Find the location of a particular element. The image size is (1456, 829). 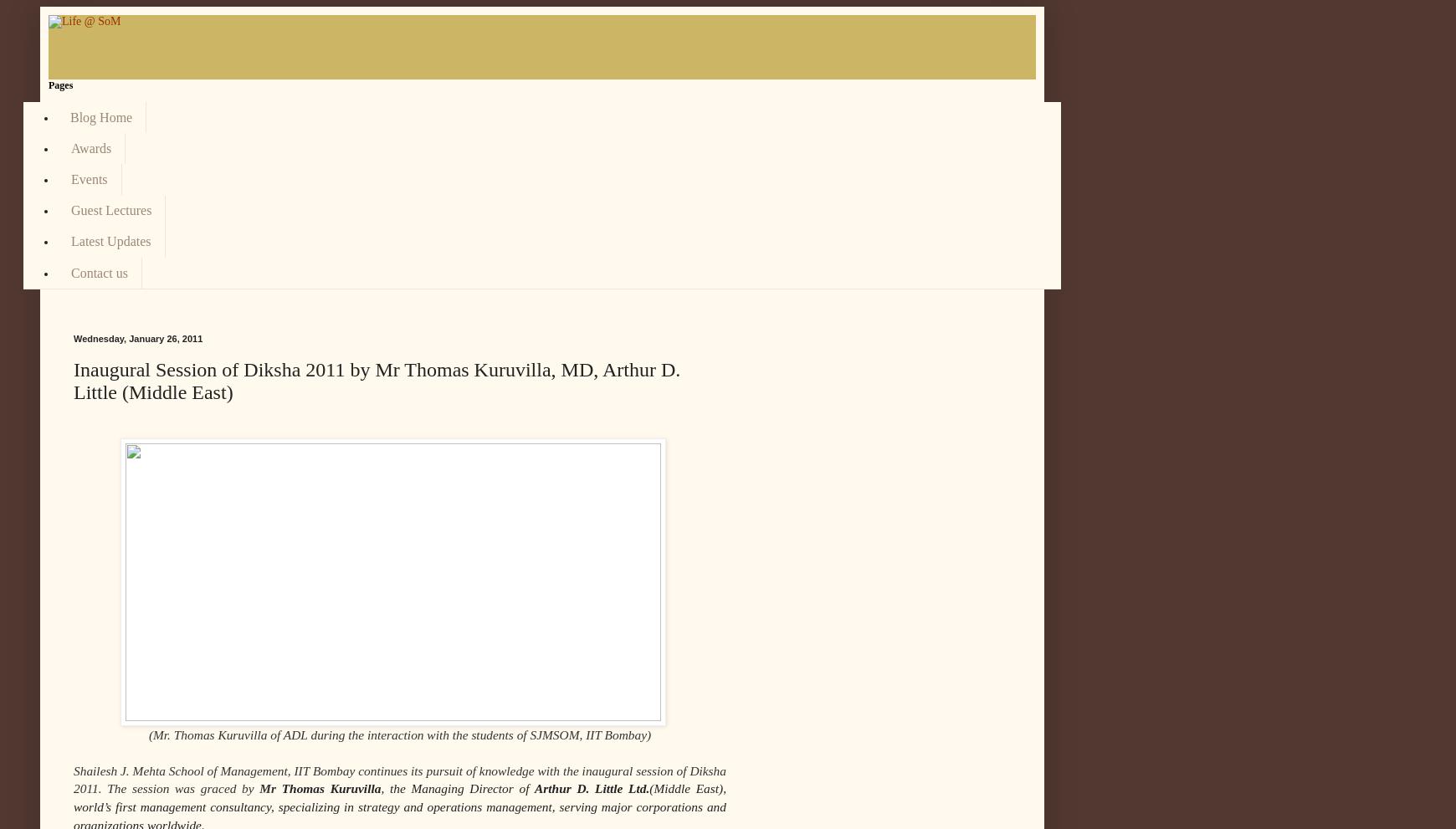

'Guest Lectures' is located at coordinates (70, 210).